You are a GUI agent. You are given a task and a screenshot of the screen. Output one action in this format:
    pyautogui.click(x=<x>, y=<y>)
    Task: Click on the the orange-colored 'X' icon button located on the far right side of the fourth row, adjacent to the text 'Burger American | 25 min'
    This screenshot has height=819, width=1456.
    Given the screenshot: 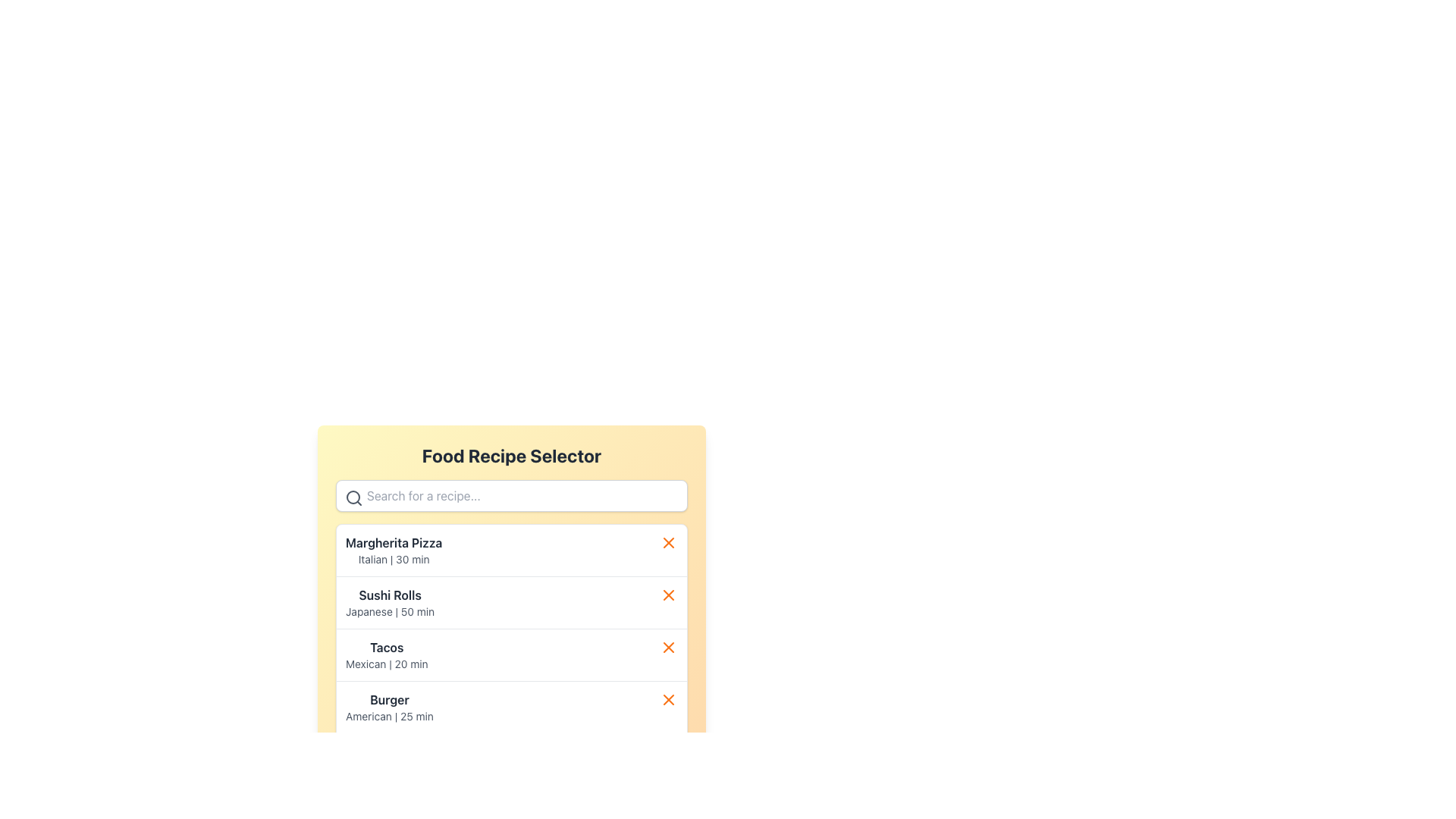 What is the action you would take?
    pyautogui.click(x=668, y=699)
    